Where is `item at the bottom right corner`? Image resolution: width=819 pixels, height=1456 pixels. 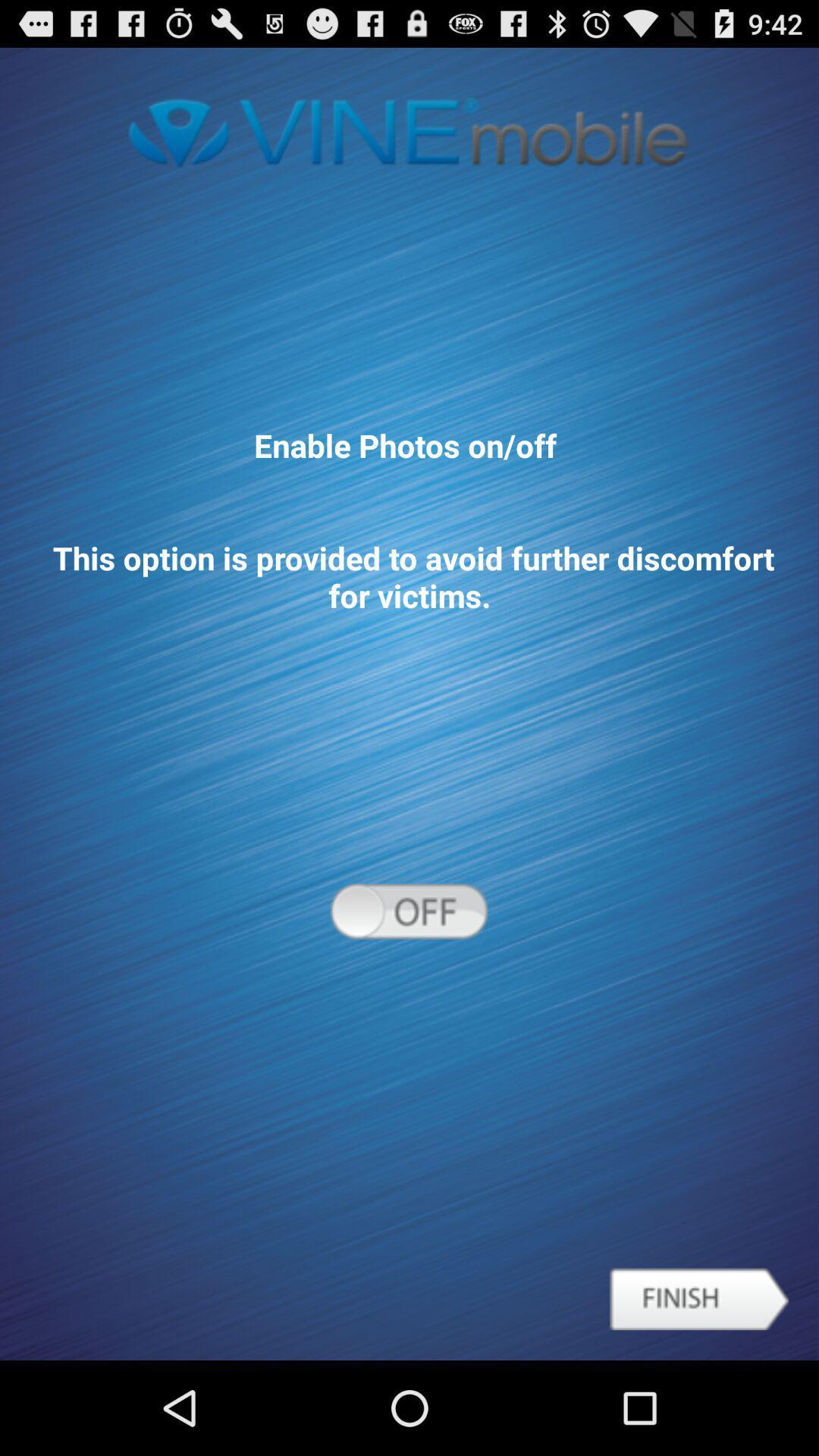 item at the bottom right corner is located at coordinates (699, 1298).